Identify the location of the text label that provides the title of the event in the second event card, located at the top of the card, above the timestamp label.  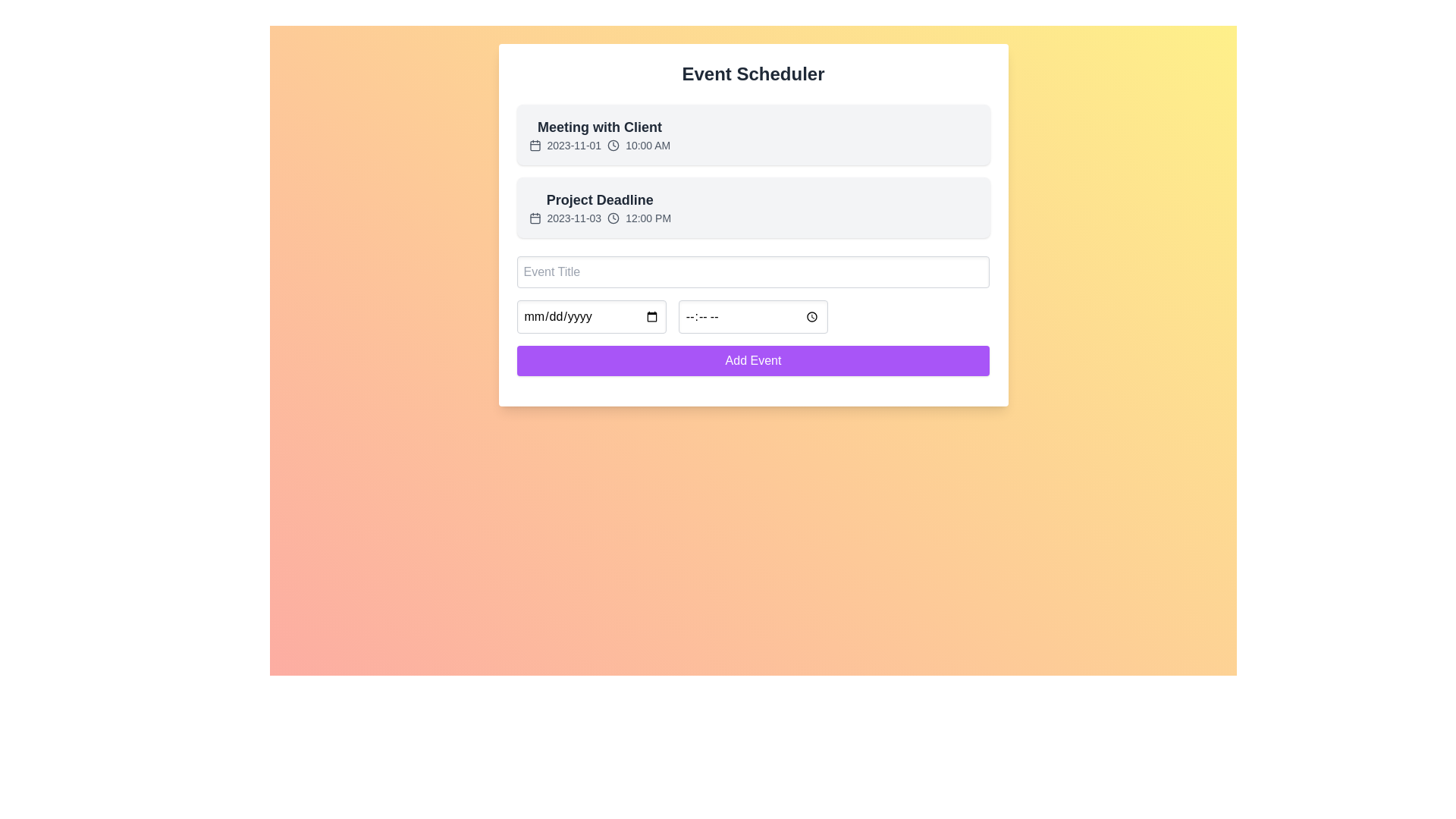
(599, 199).